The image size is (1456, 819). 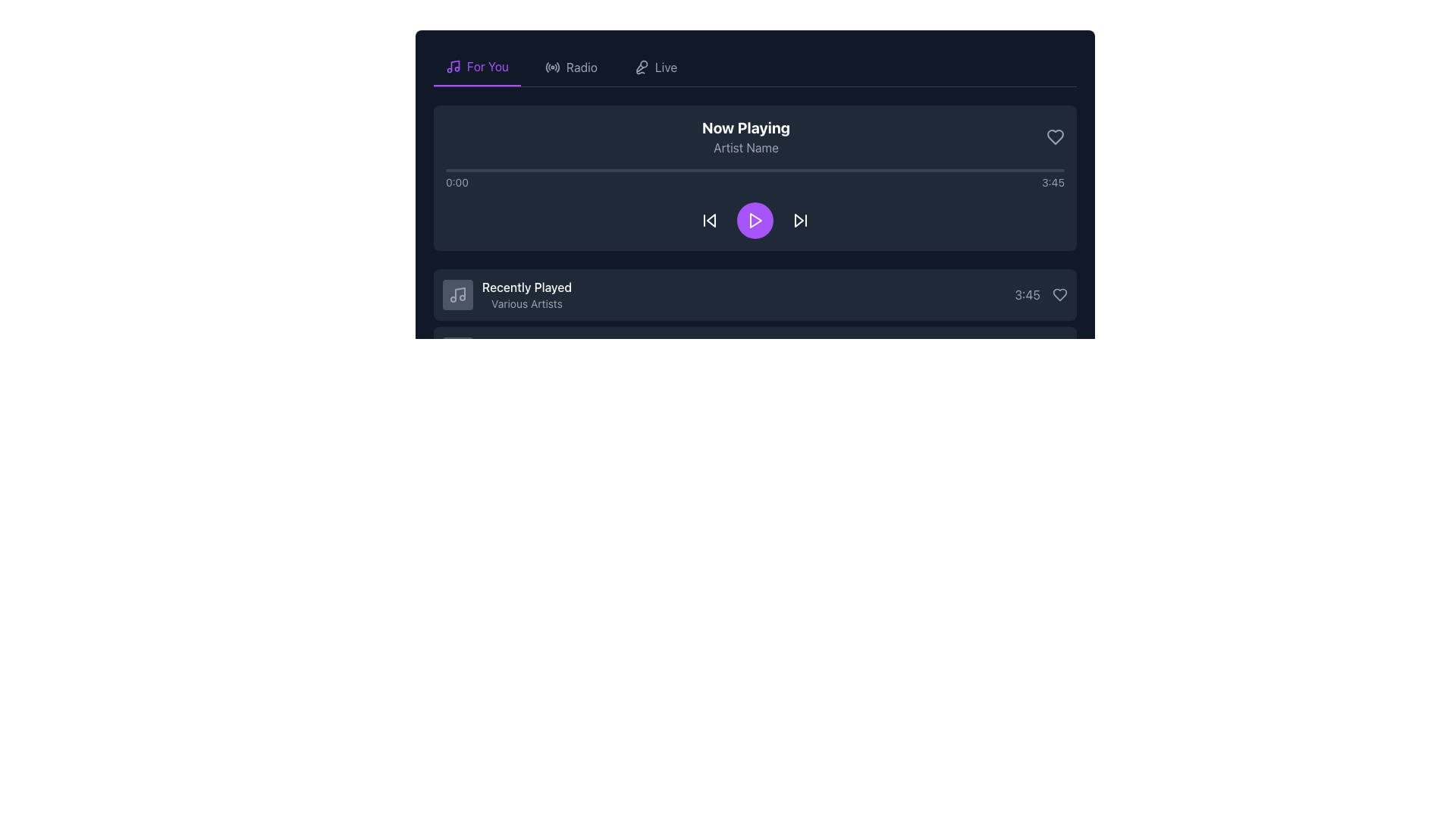 What do you see at coordinates (527, 304) in the screenshot?
I see `the static text element displaying 'Various Artists' in a small, gray font, located beneath 'Recently Played' and adjacent to a musical note icon` at bounding box center [527, 304].